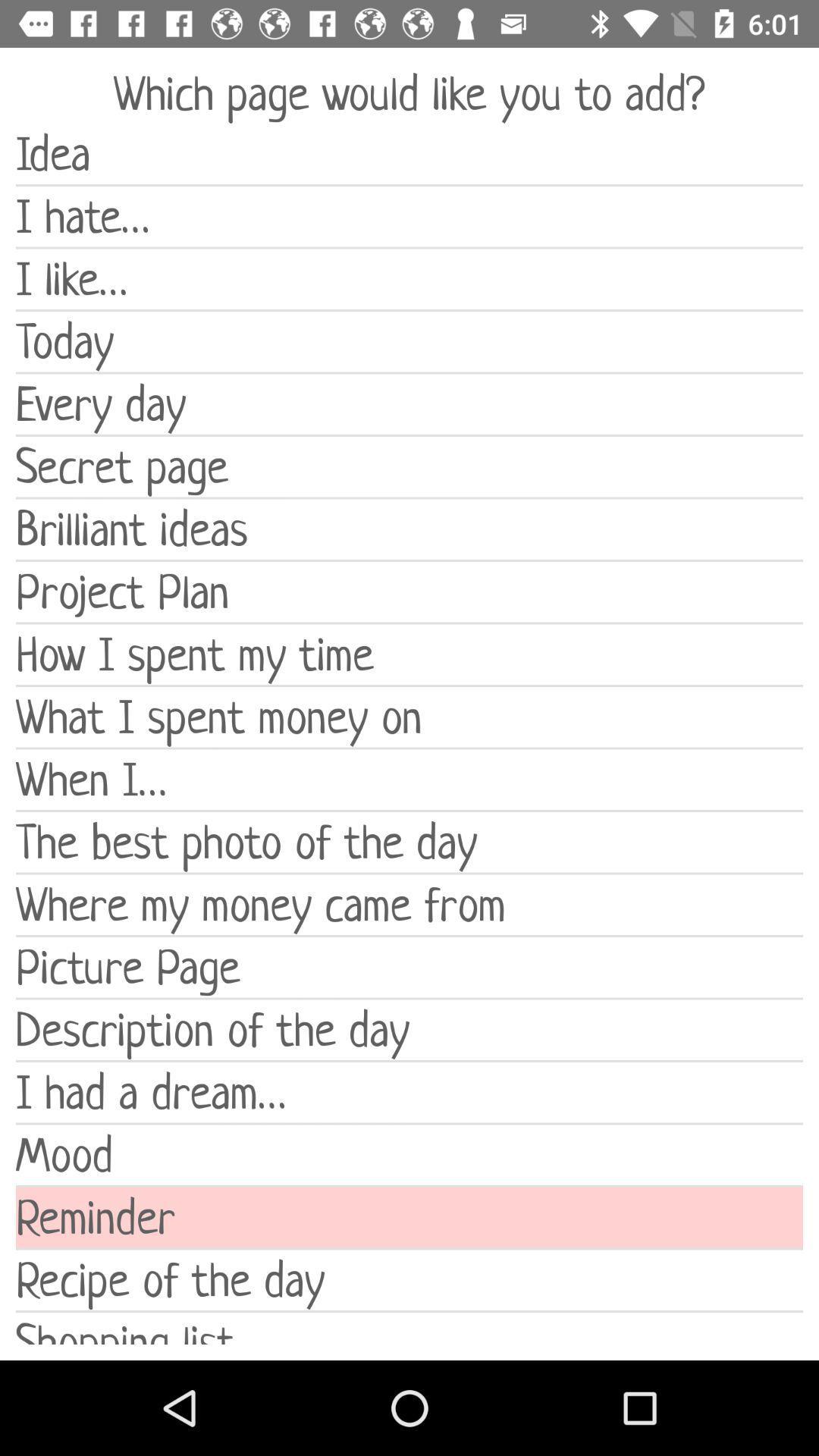 This screenshot has width=819, height=1456. I want to click on secret page icon, so click(409, 466).